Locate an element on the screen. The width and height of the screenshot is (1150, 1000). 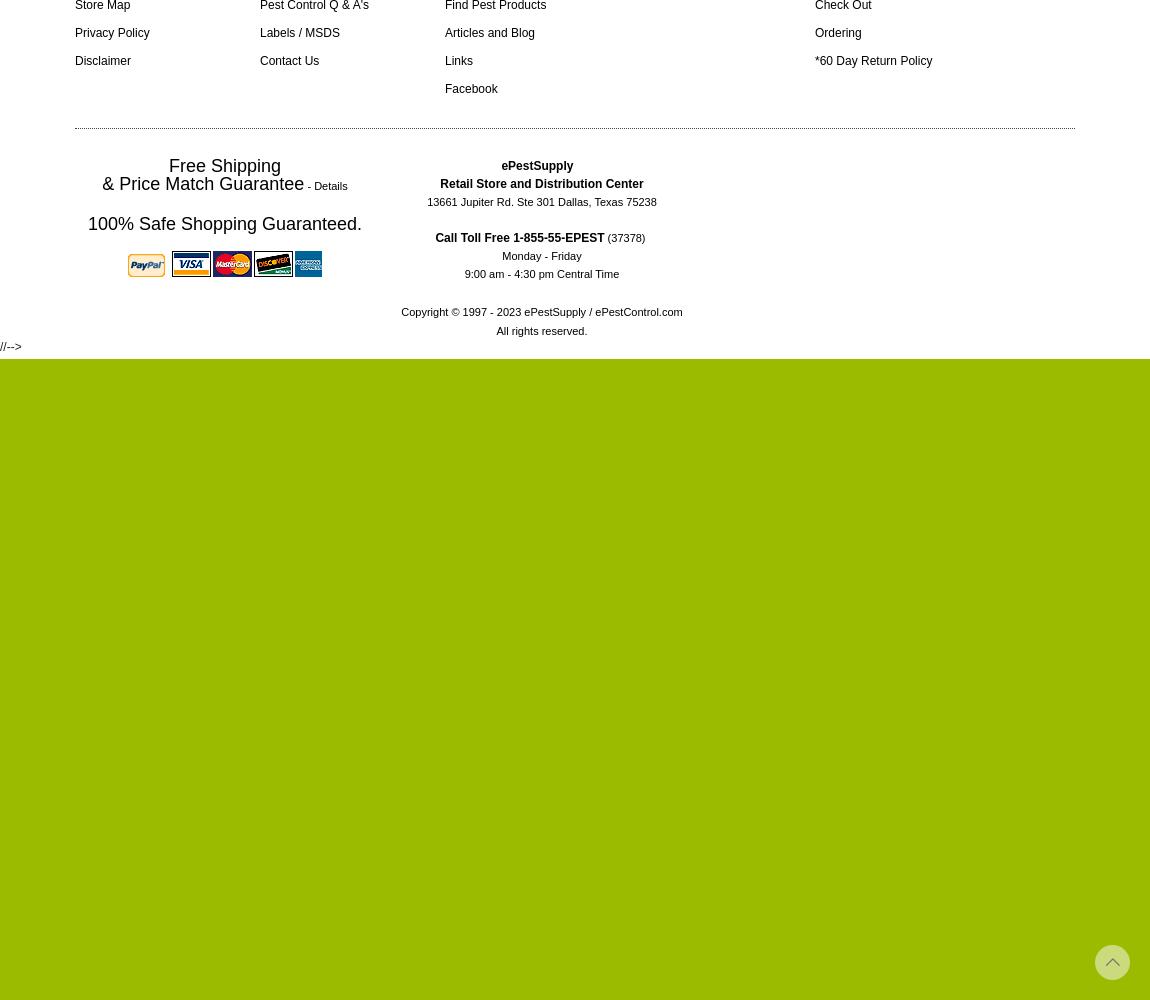
'(37378)' is located at coordinates (602, 237).